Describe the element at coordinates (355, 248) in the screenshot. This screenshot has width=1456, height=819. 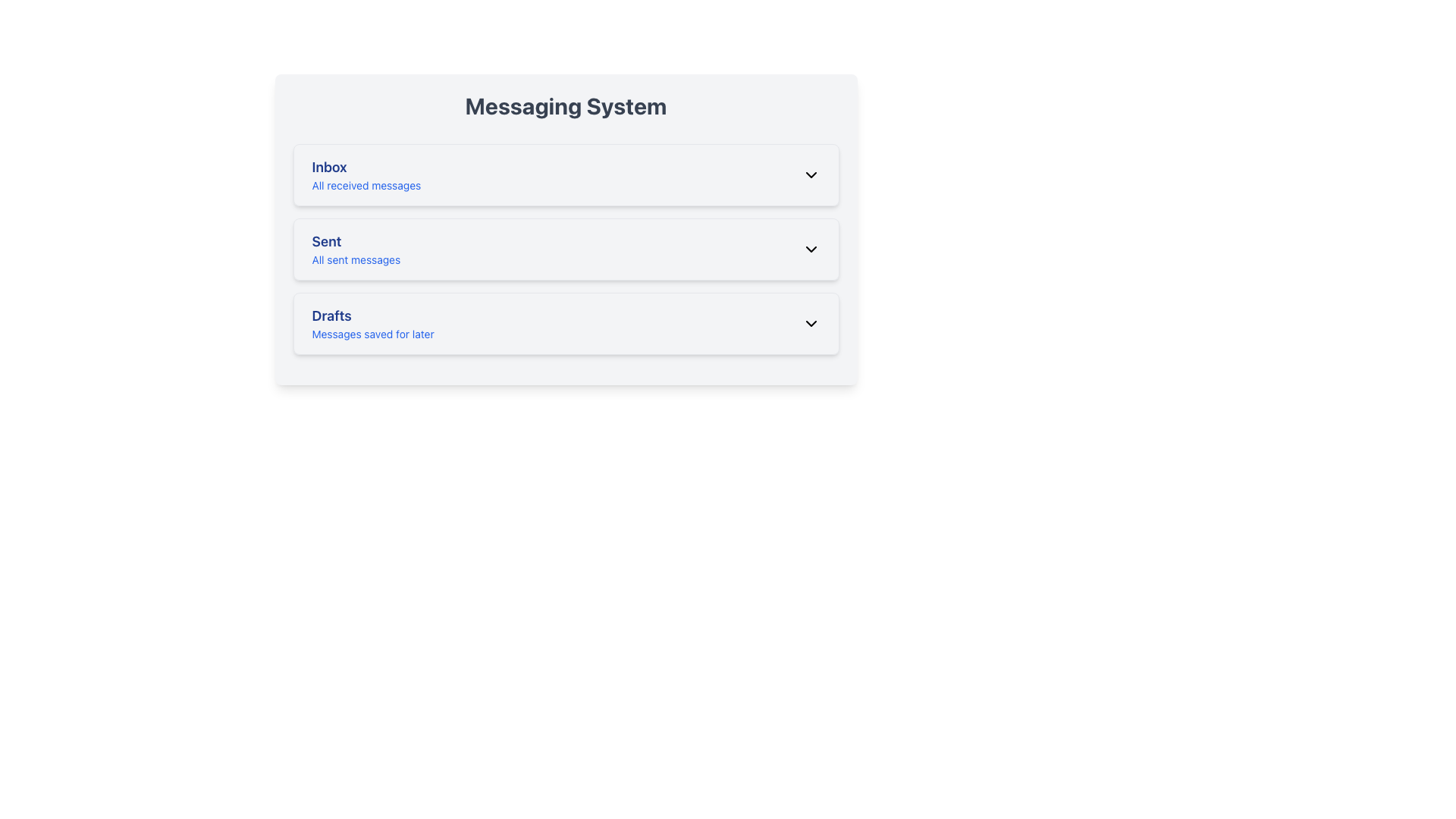
I see `the 'Sent' section of the text block, which prominently displays the title 'Sent' in larger and bold blue font` at that location.